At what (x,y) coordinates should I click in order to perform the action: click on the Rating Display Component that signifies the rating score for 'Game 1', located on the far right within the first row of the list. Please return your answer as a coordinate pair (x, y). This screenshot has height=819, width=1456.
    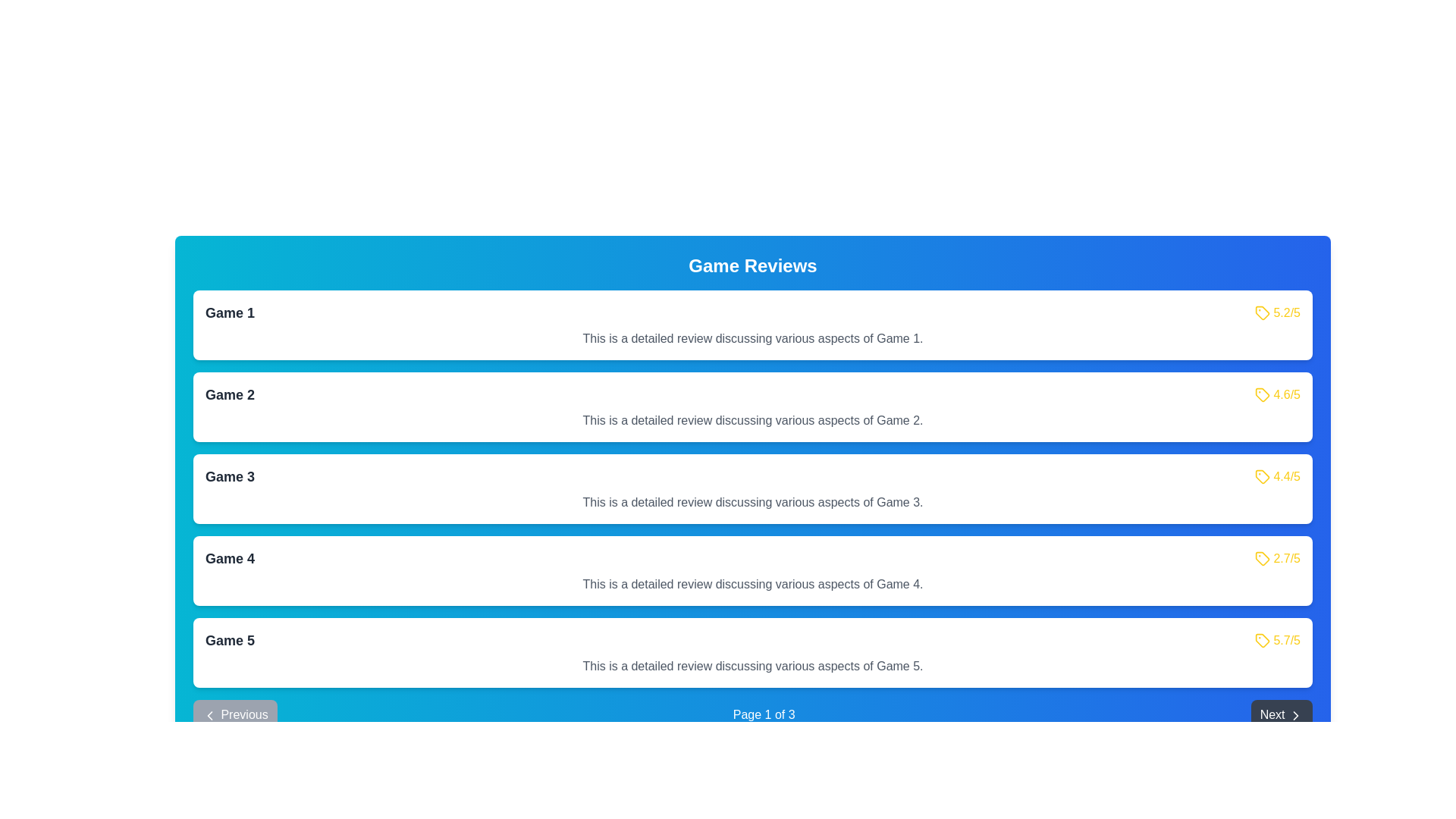
    Looking at the image, I should click on (1277, 312).